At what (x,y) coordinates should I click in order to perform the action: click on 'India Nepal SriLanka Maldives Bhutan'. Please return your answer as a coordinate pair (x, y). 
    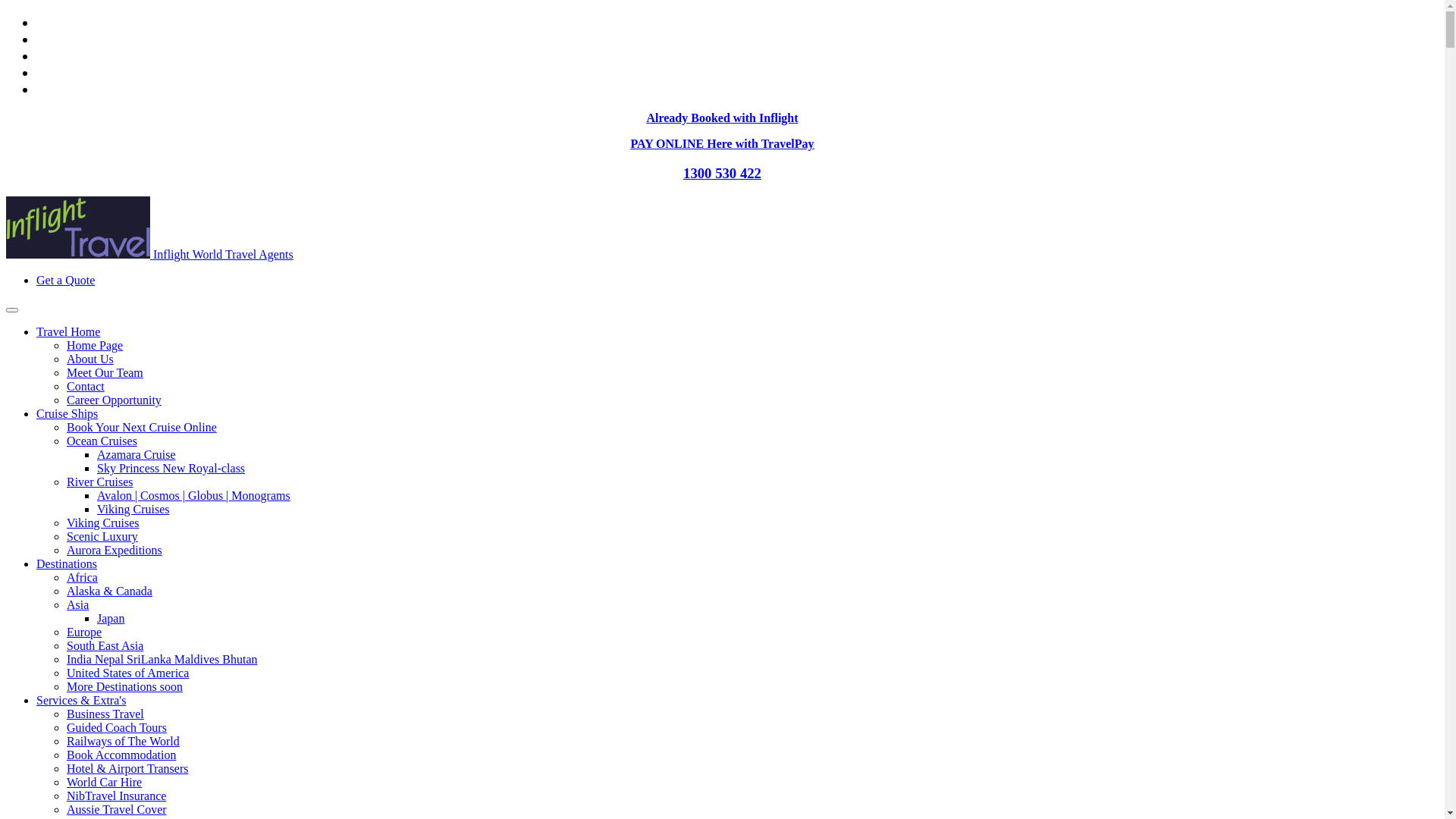
    Looking at the image, I should click on (162, 658).